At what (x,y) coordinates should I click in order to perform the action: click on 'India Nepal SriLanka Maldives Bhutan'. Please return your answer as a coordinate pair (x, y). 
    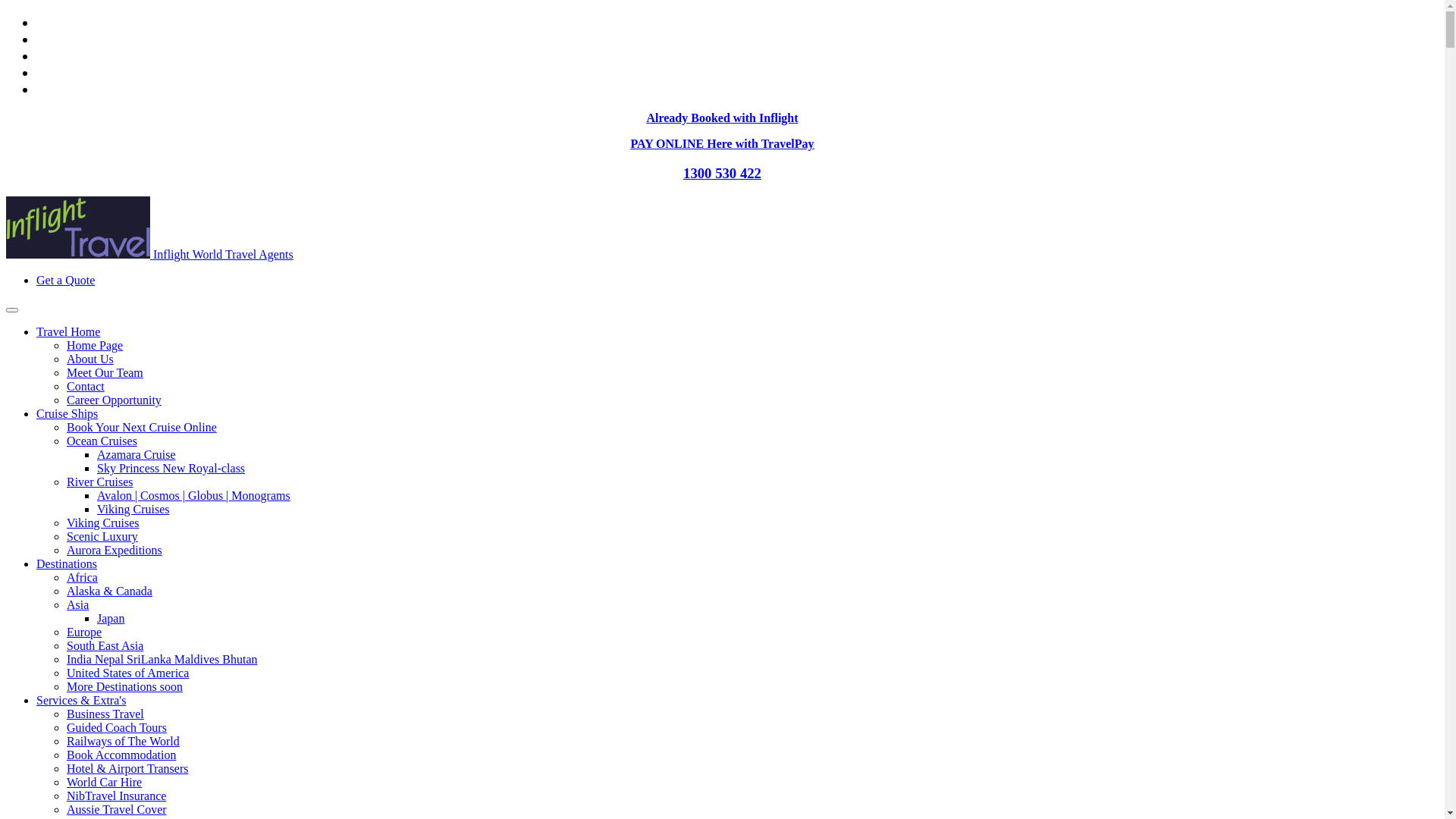
    Looking at the image, I should click on (162, 658).